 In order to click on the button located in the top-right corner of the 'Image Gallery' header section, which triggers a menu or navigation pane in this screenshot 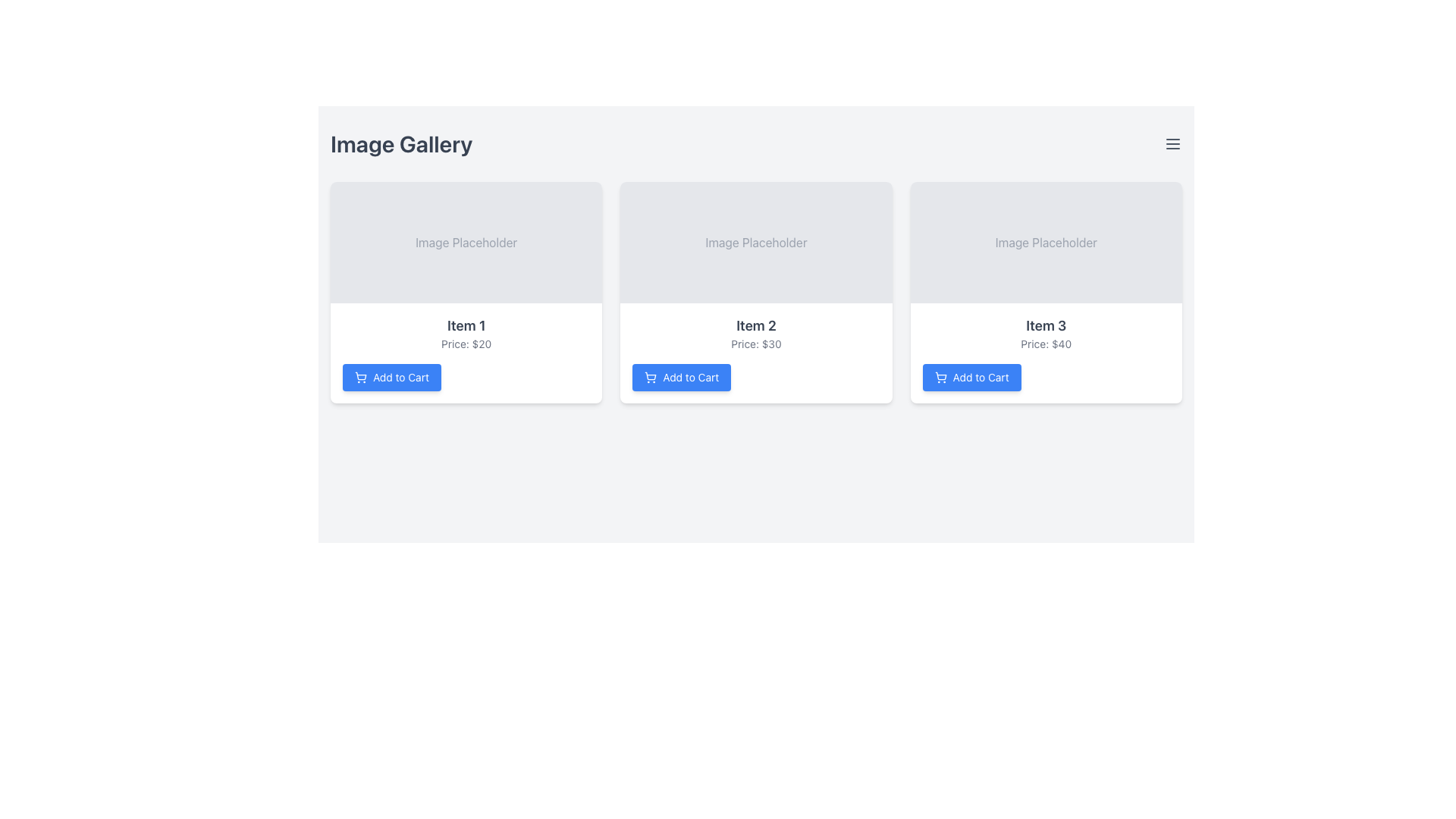, I will do `click(1172, 143)`.